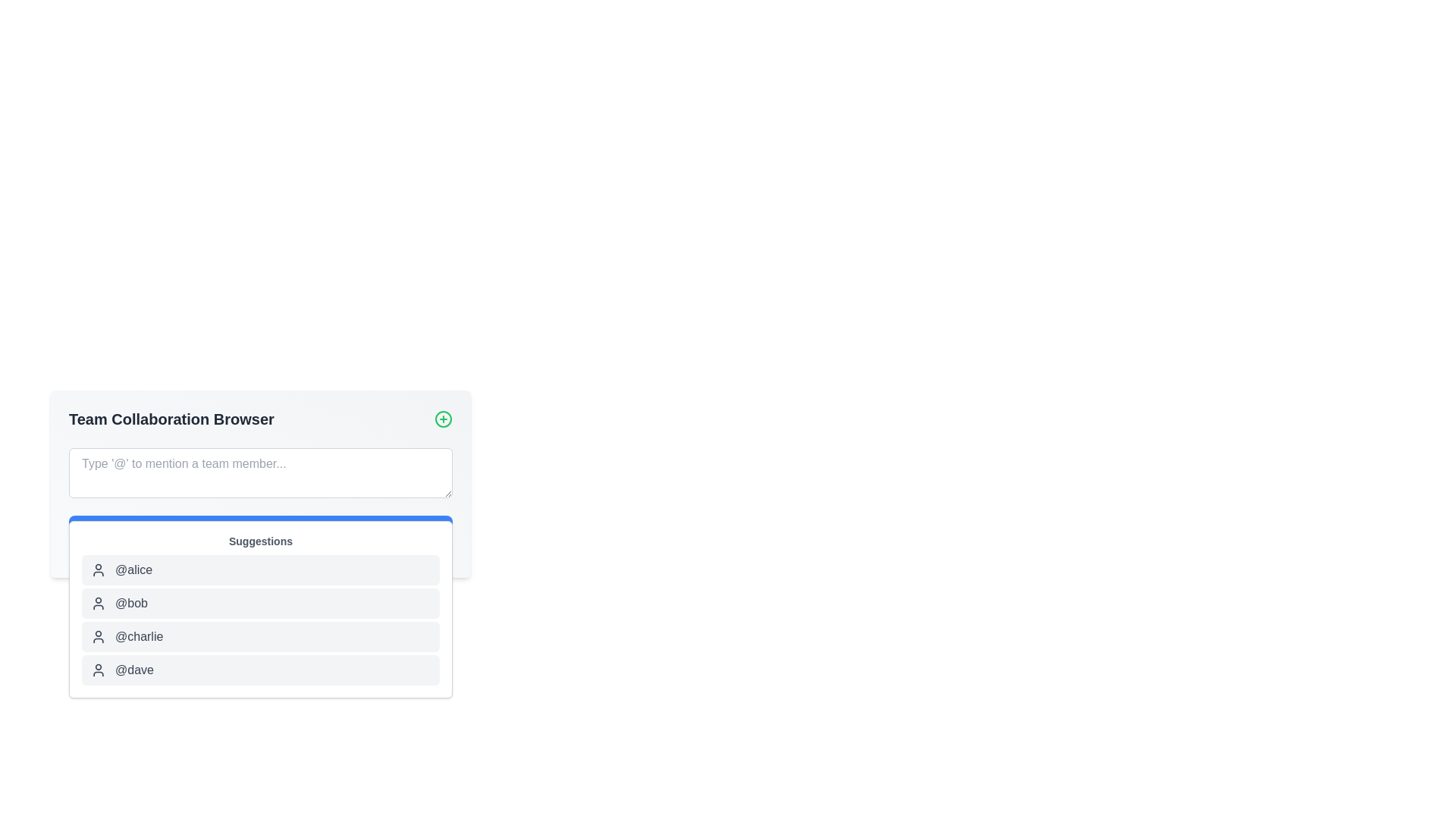  I want to click on the user profile icon, so click(97, 669).